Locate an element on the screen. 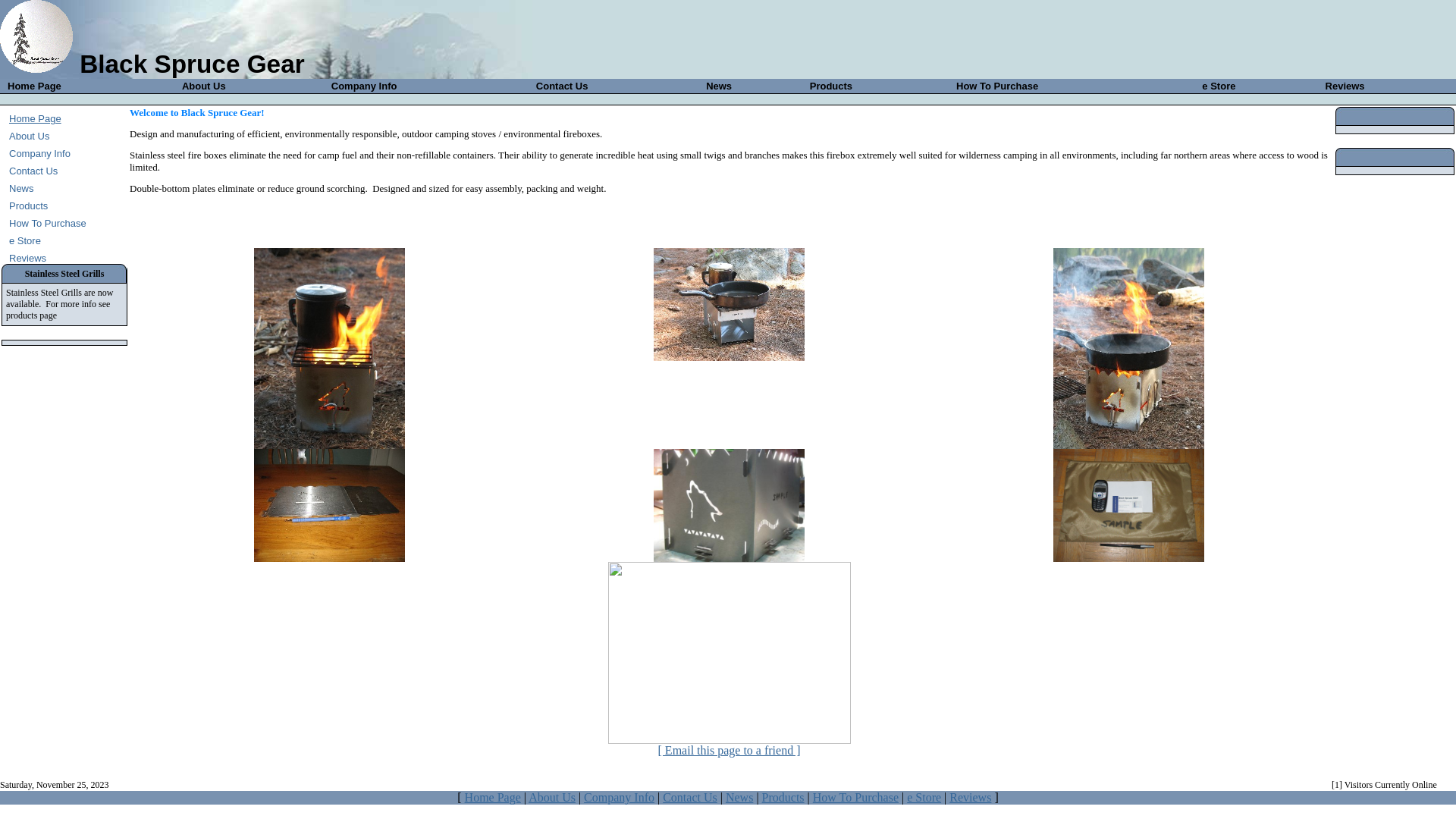 This screenshot has height=819, width=1456. 'Reviews' is located at coordinates (969, 796).